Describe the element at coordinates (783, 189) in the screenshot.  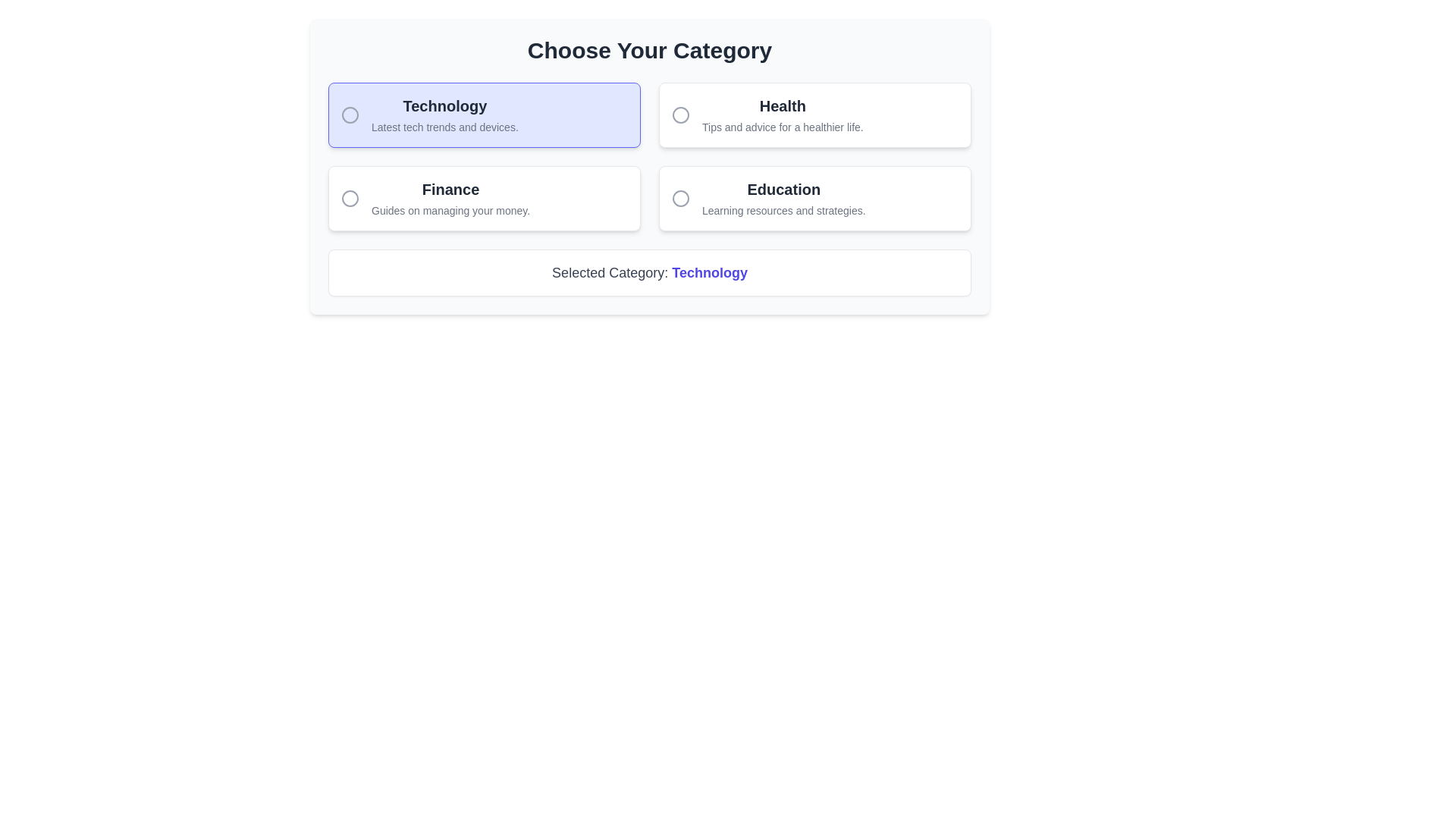
I see `the 'Education' text label, which is styled in a large, bold font and dark gray color, positioned at the top of a section in the bottom-right quadrant of a four-option layout` at that location.